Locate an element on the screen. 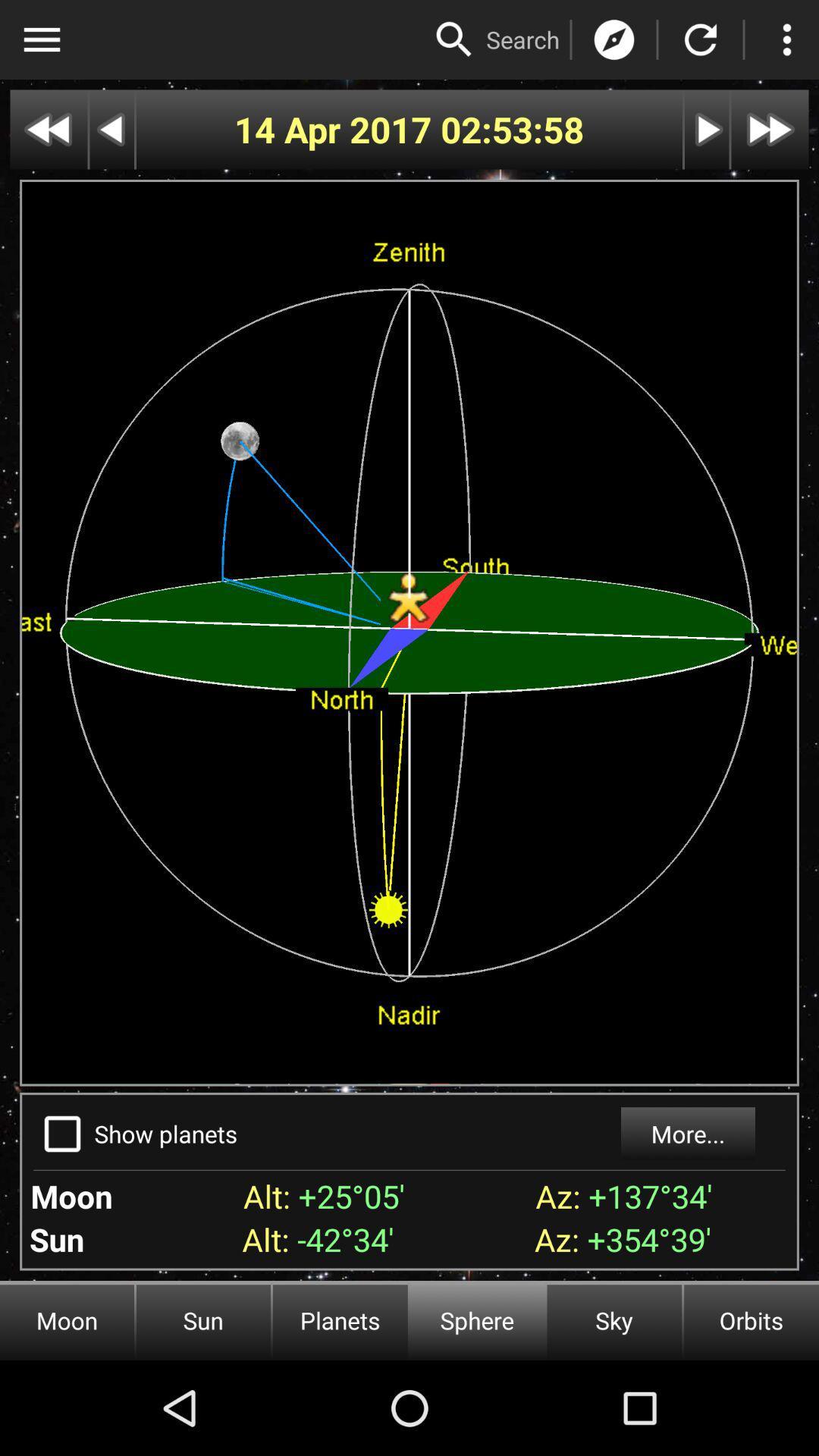 The height and width of the screenshot is (1456, 819). the 02:53:58 icon is located at coordinates (512, 130).